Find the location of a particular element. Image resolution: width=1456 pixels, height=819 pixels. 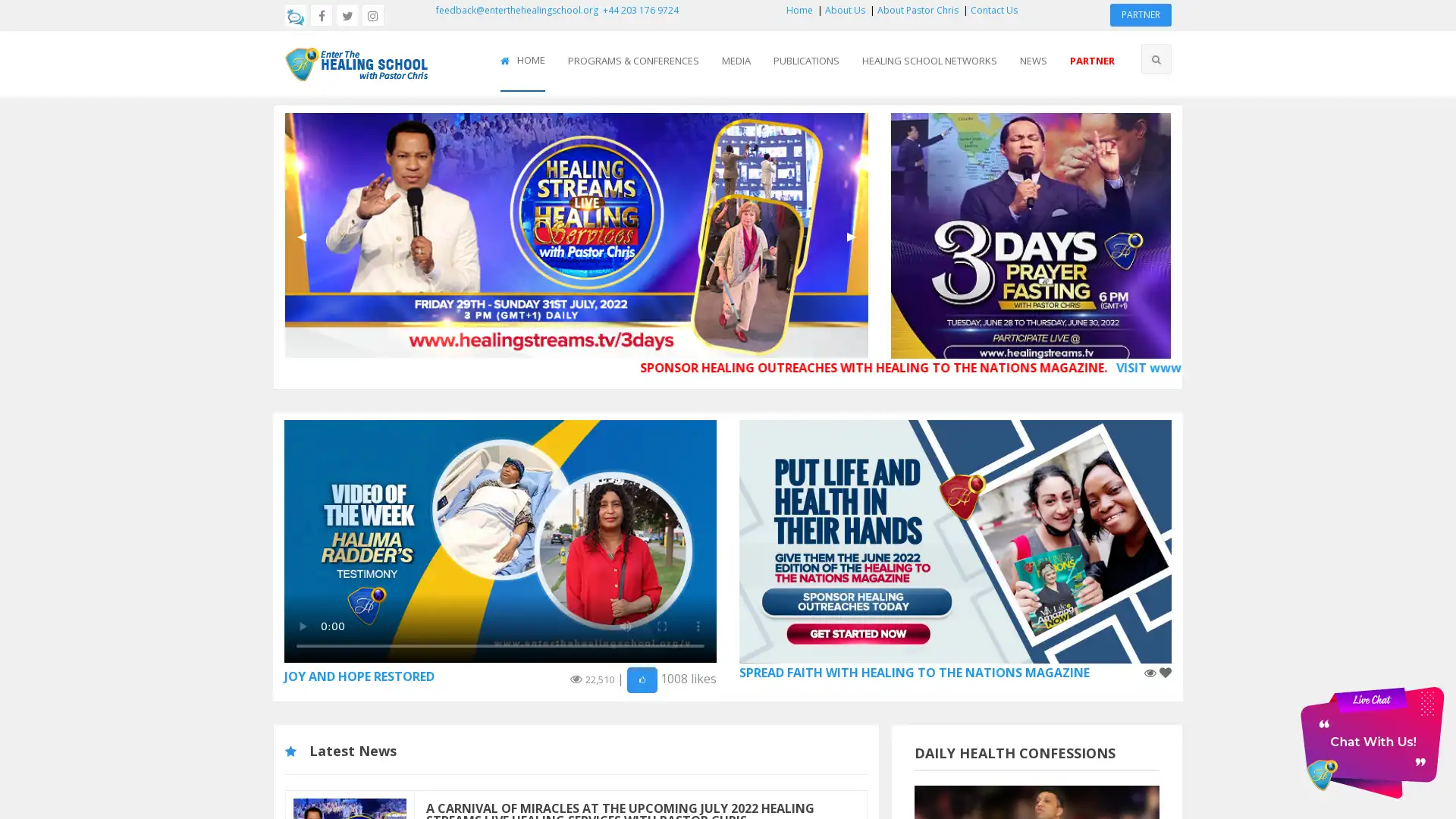

play is located at coordinates (302, 626).